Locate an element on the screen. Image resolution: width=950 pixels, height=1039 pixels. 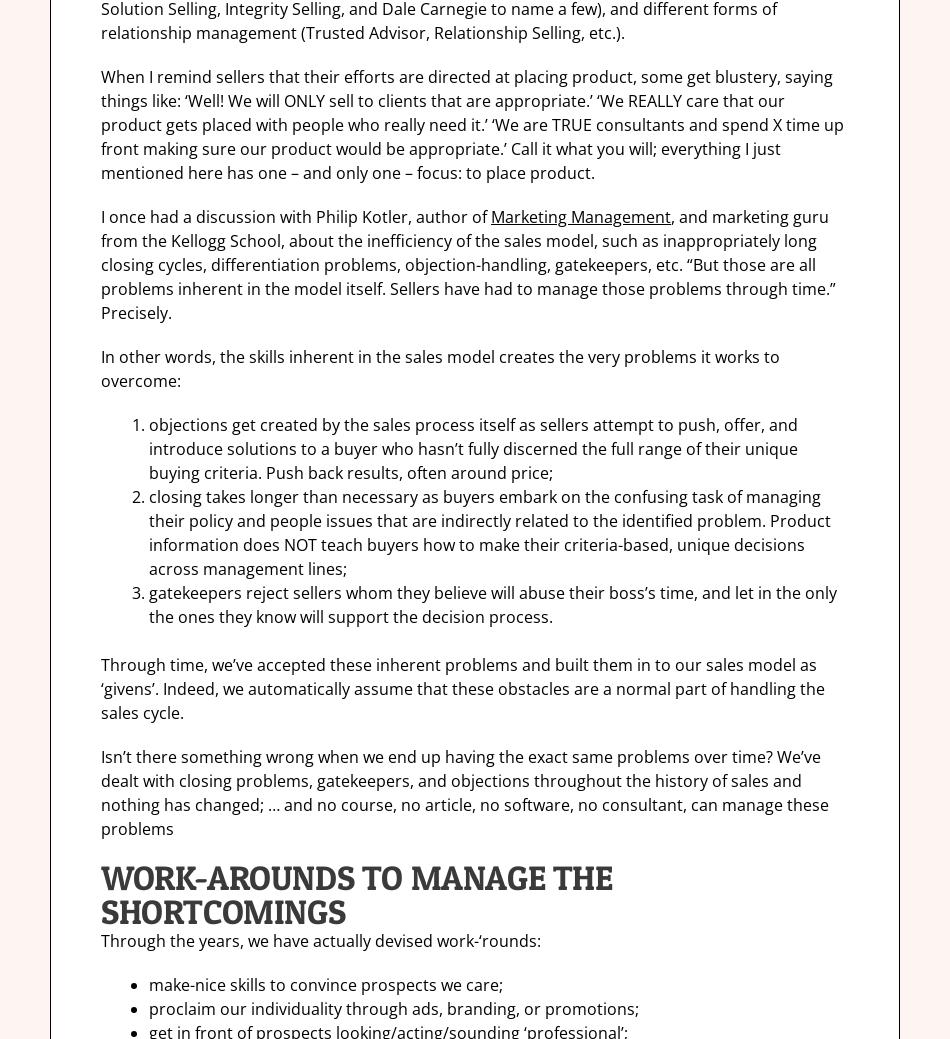
'objections get created by the sales process itself as sellers attempt to push, offer, and introduce solutions to a buyer who hasn’t fully discerned the full range of their unique buying criteria. Push back results, often around price;' is located at coordinates (148, 447).